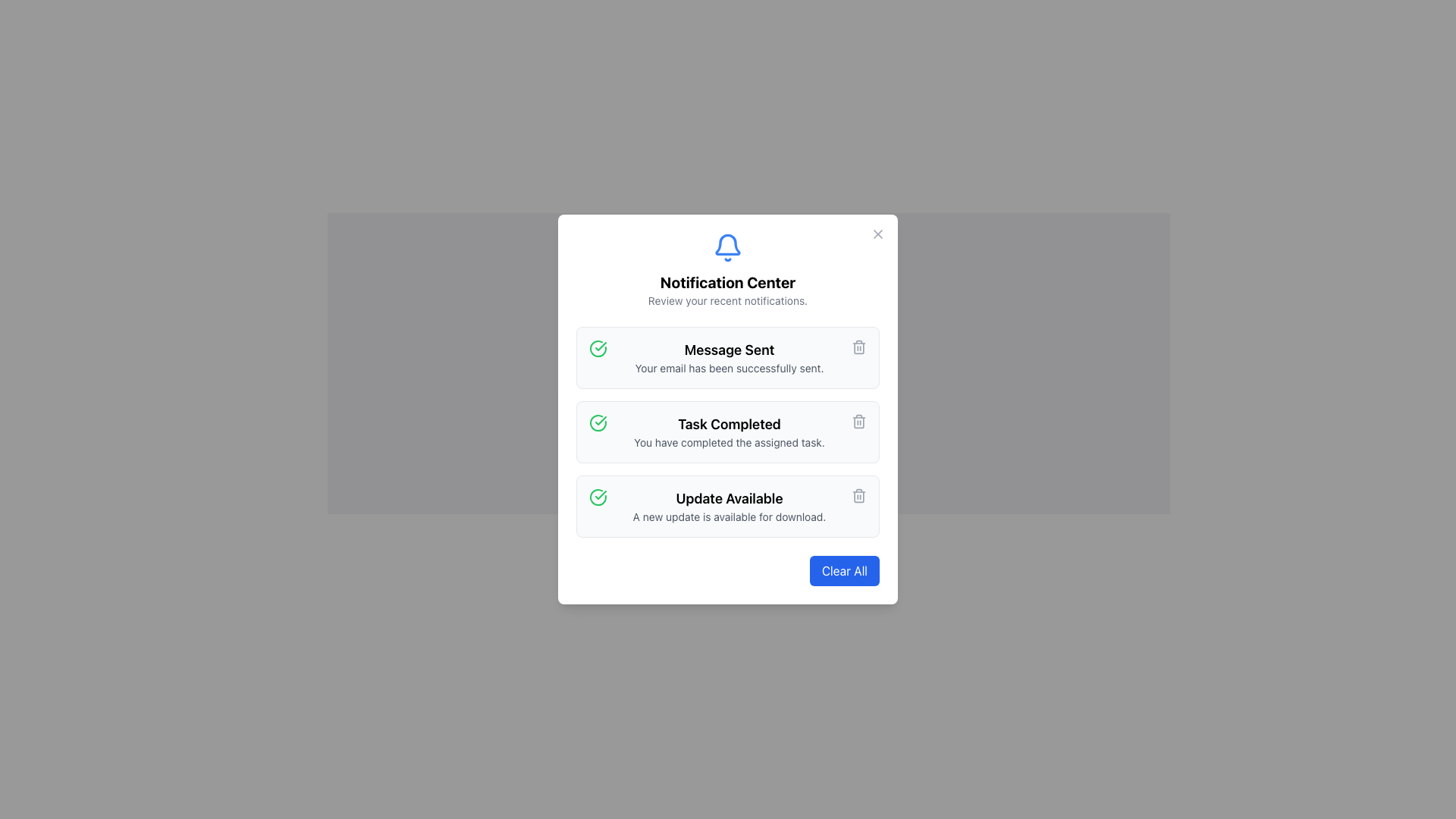 This screenshot has width=1456, height=819. What do you see at coordinates (597, 497) in the screenshot?
I see `the circular checkmark icon with a green stroke that symbolizes successful completion, located next to the text 'Message Sent' in the first notification entry of the notification pop-up` at bounding box center [597, 497].